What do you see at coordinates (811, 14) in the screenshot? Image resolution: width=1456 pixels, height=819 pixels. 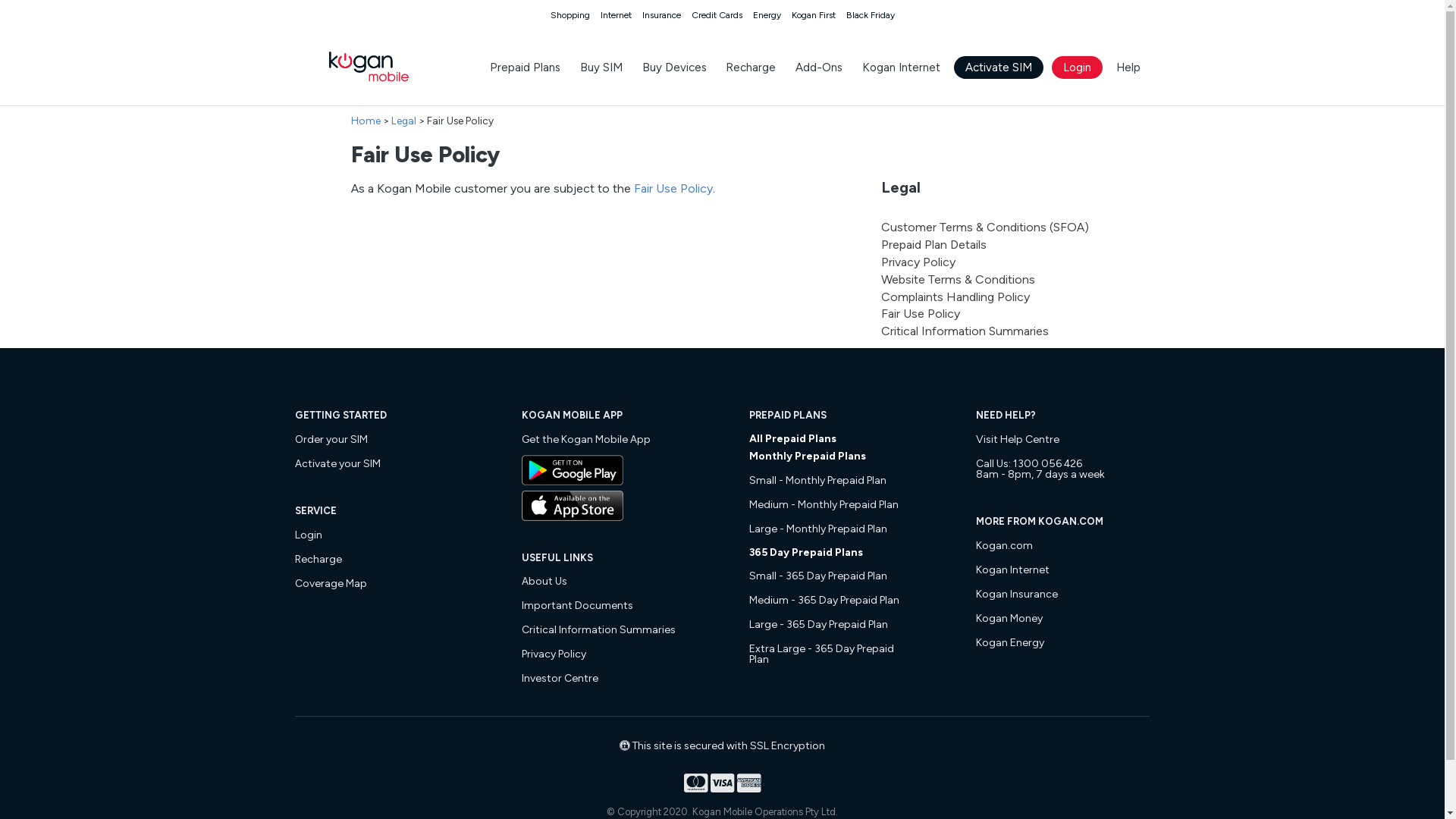 I see `'Kogan First'` at bounding box center [811, 14].